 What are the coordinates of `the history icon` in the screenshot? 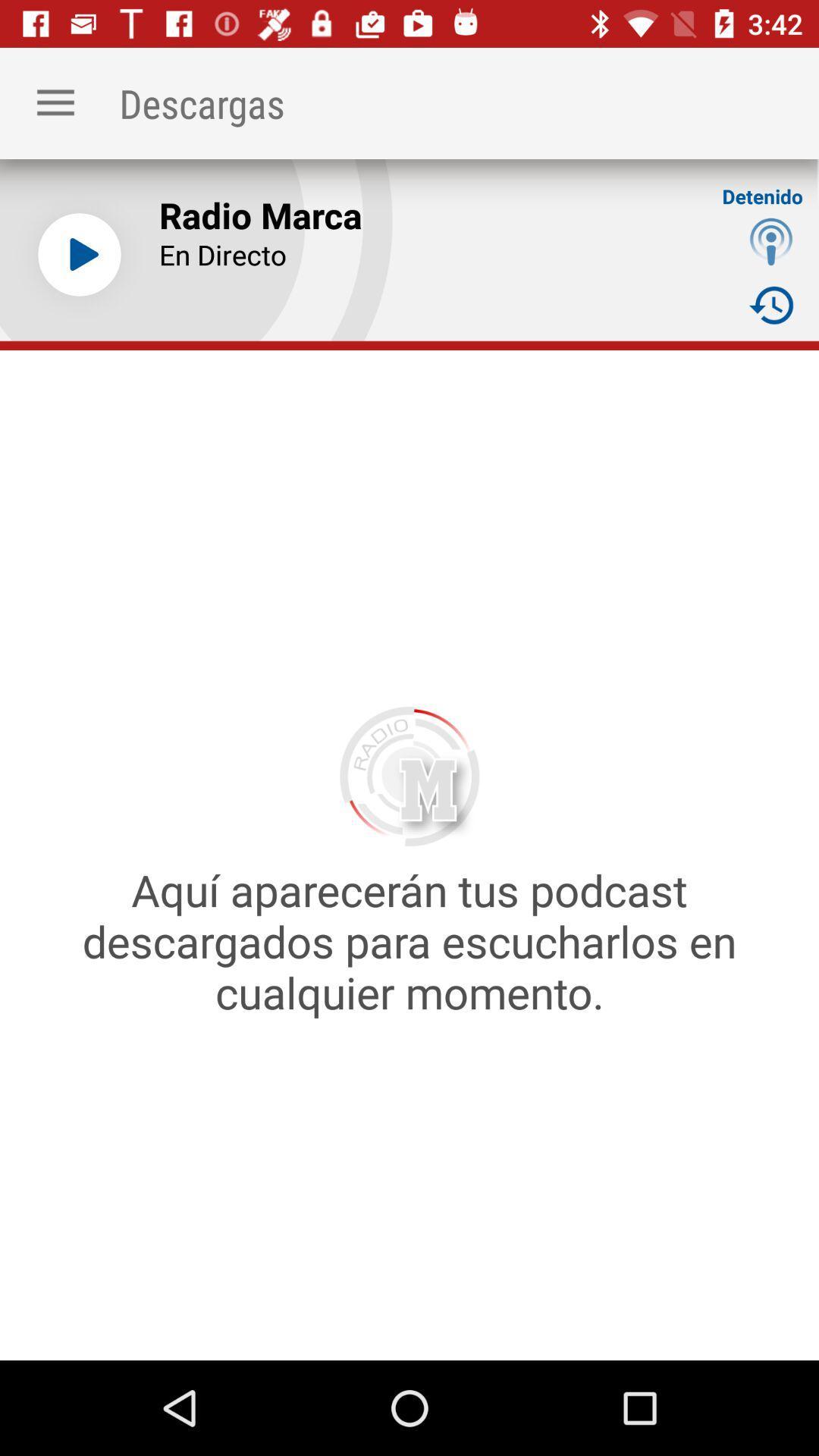 It's located at (771, 304).